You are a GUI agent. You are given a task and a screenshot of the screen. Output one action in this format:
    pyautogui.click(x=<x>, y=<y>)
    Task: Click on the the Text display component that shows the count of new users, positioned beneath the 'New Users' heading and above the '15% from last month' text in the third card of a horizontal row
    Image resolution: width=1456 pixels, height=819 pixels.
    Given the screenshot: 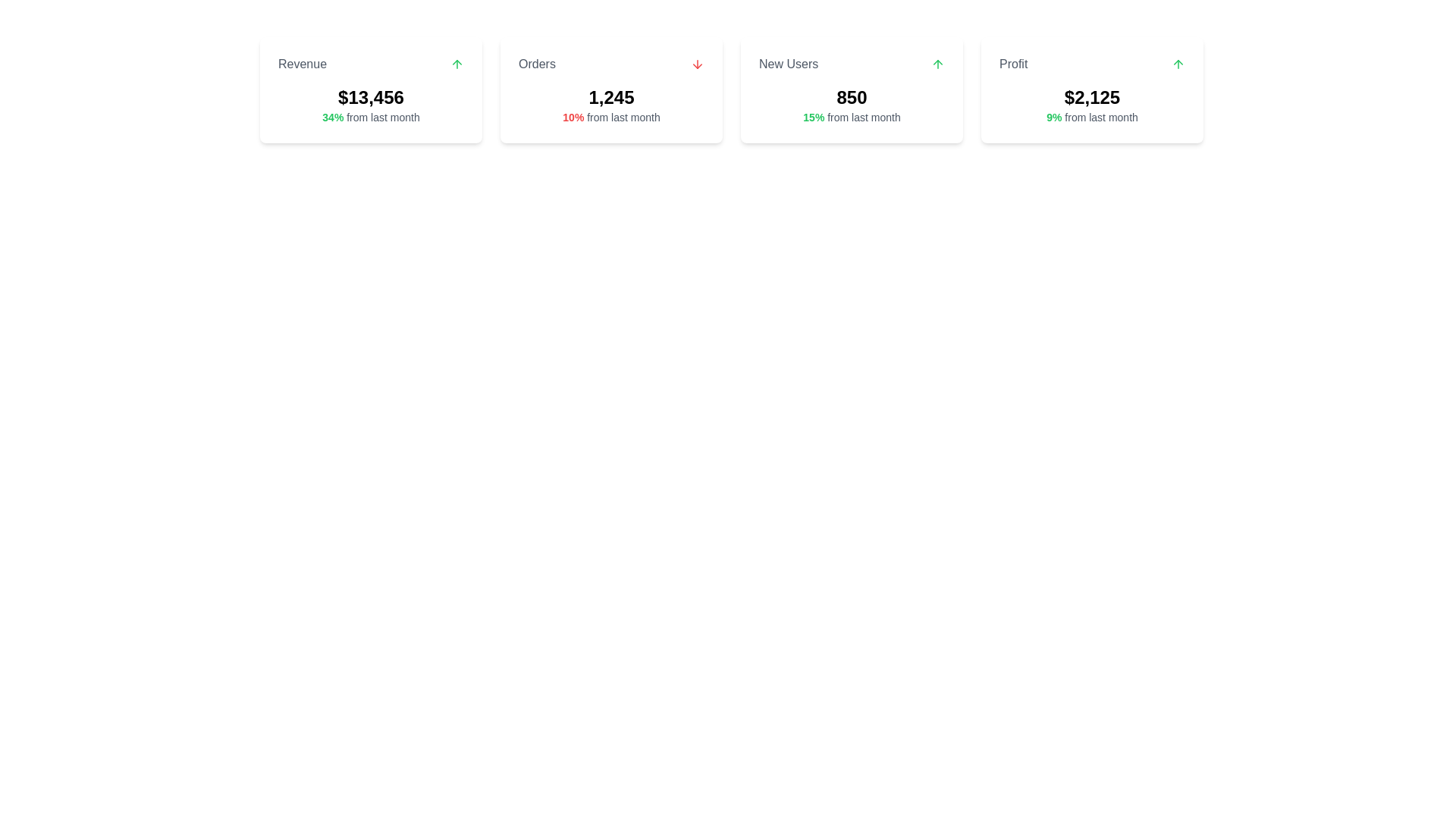 What is the action you would take?
    pyautogui.click(x=852, y=97)
    